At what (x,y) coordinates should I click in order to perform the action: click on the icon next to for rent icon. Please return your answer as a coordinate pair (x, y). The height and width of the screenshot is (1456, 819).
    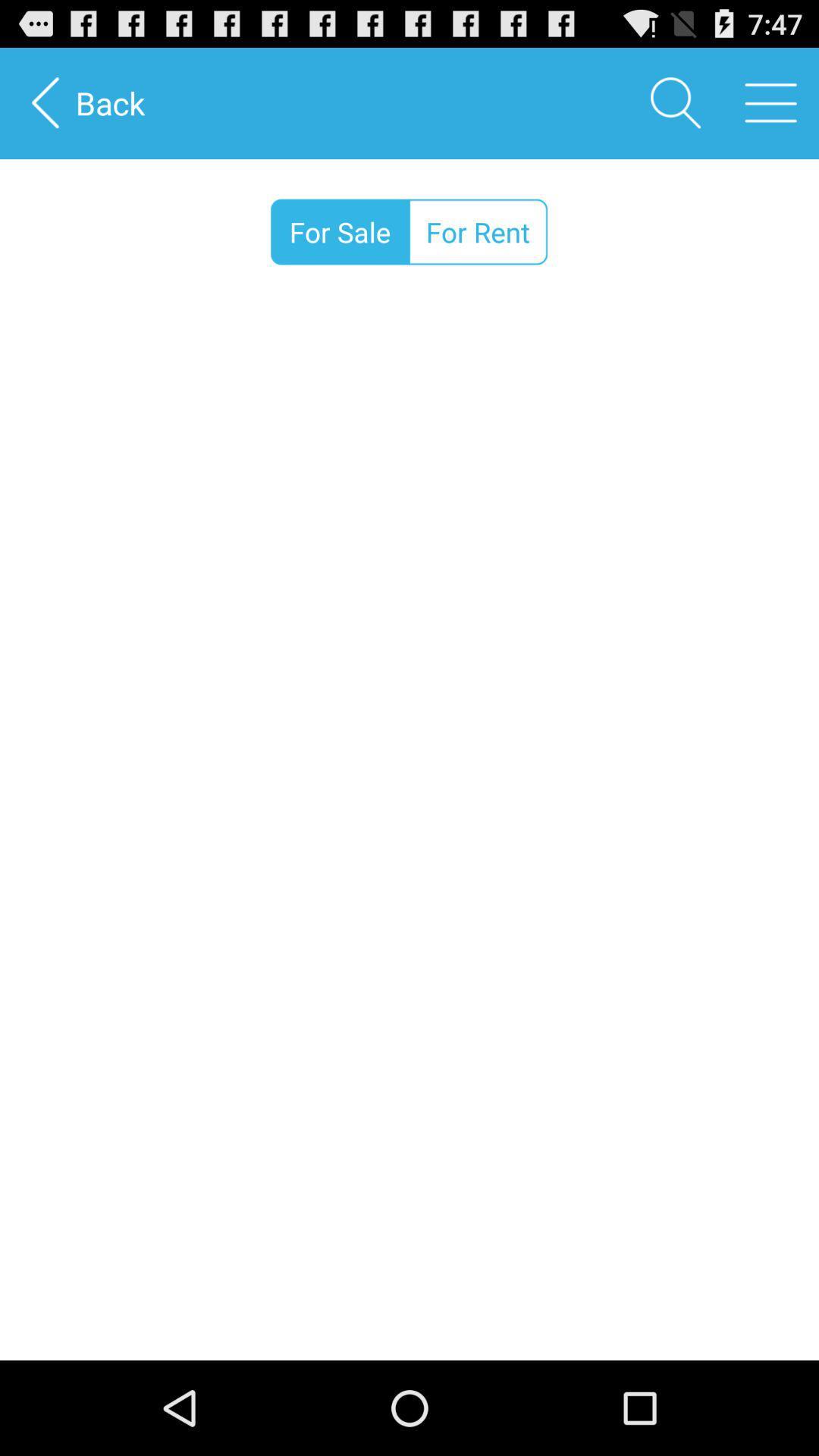
    Looking at the image, I should click on (339, 231).